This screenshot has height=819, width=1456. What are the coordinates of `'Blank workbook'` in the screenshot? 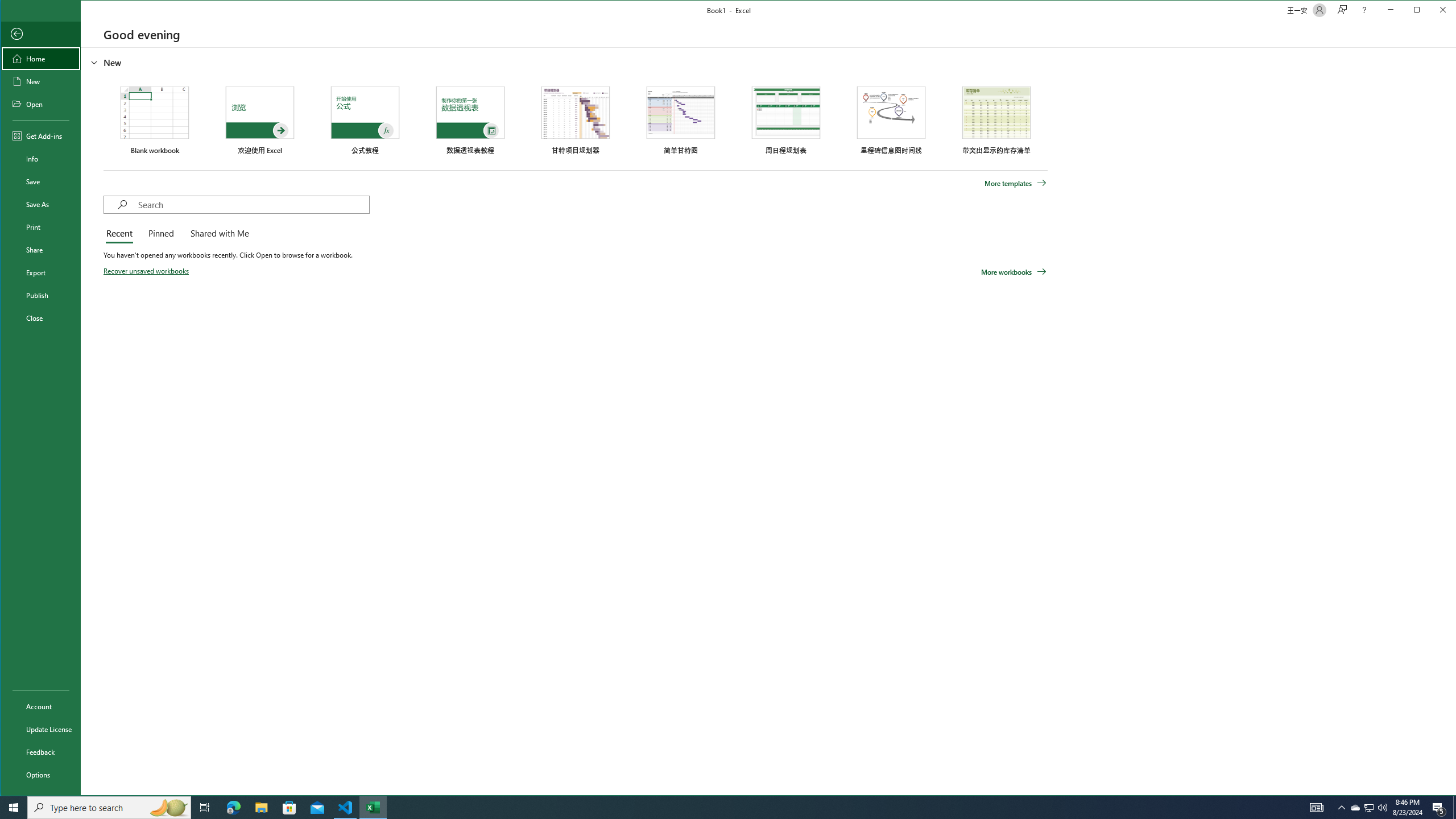 It's located at (154, 119).